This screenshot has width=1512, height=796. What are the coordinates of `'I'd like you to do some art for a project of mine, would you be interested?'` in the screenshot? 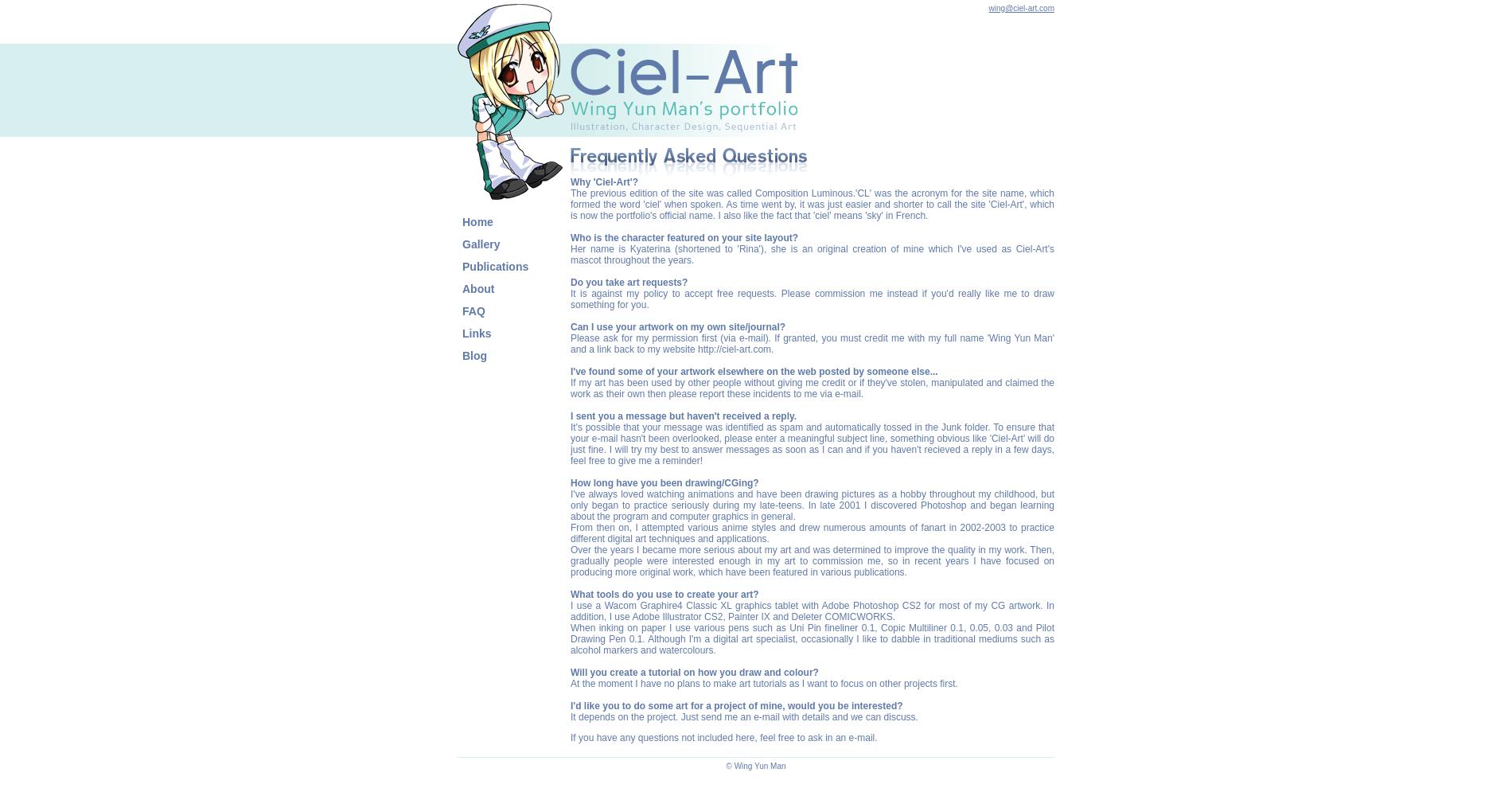 It's located at (735, 706).